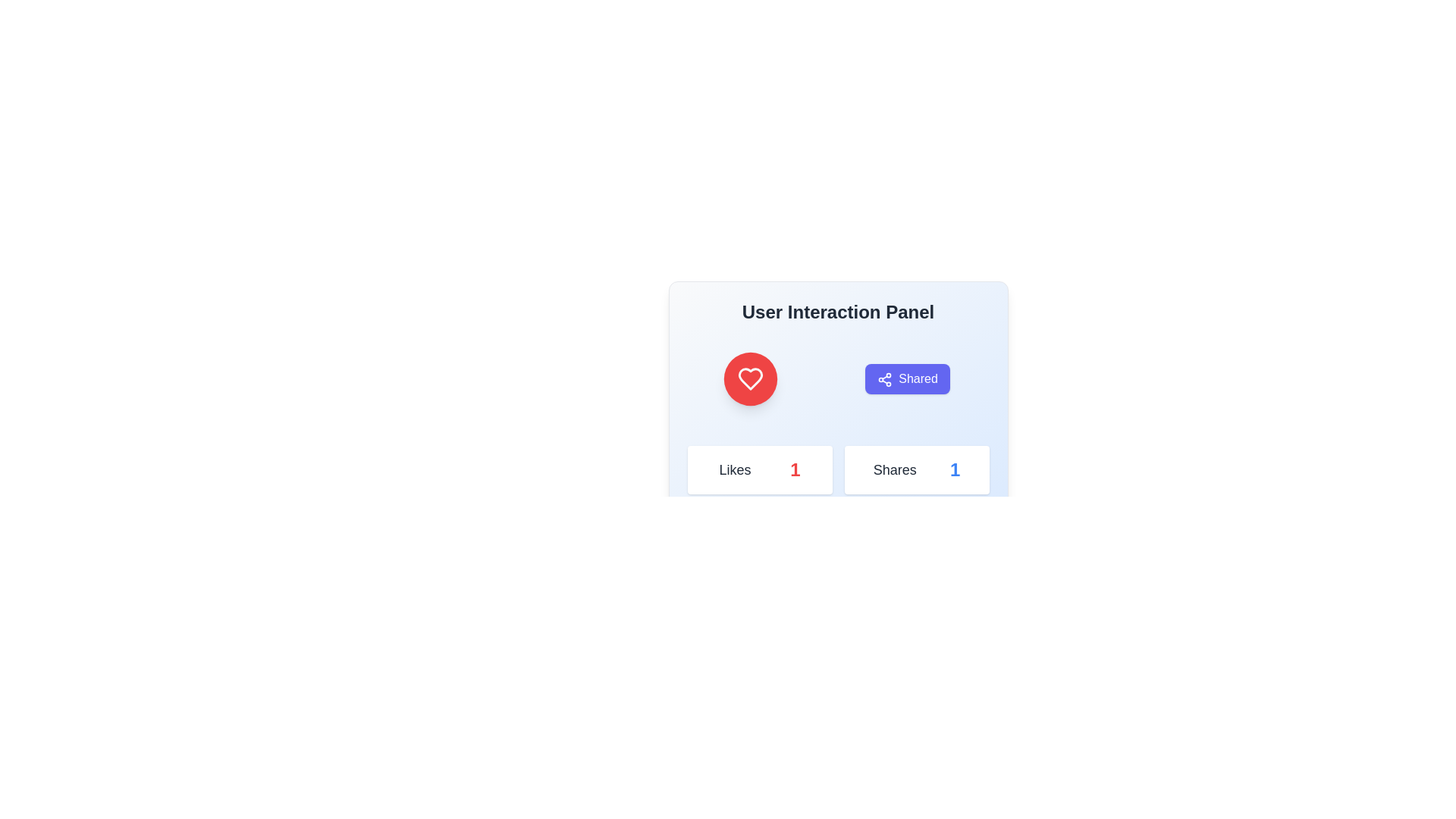 Image resolution: width=1456 pixels, height=819 pixels. Describe the element at coordinates (735, 469) in the screenshot. I see `text label that displays 'Likes', which is located on the left side of a panel next to a bold numerical value '1'` at that location.